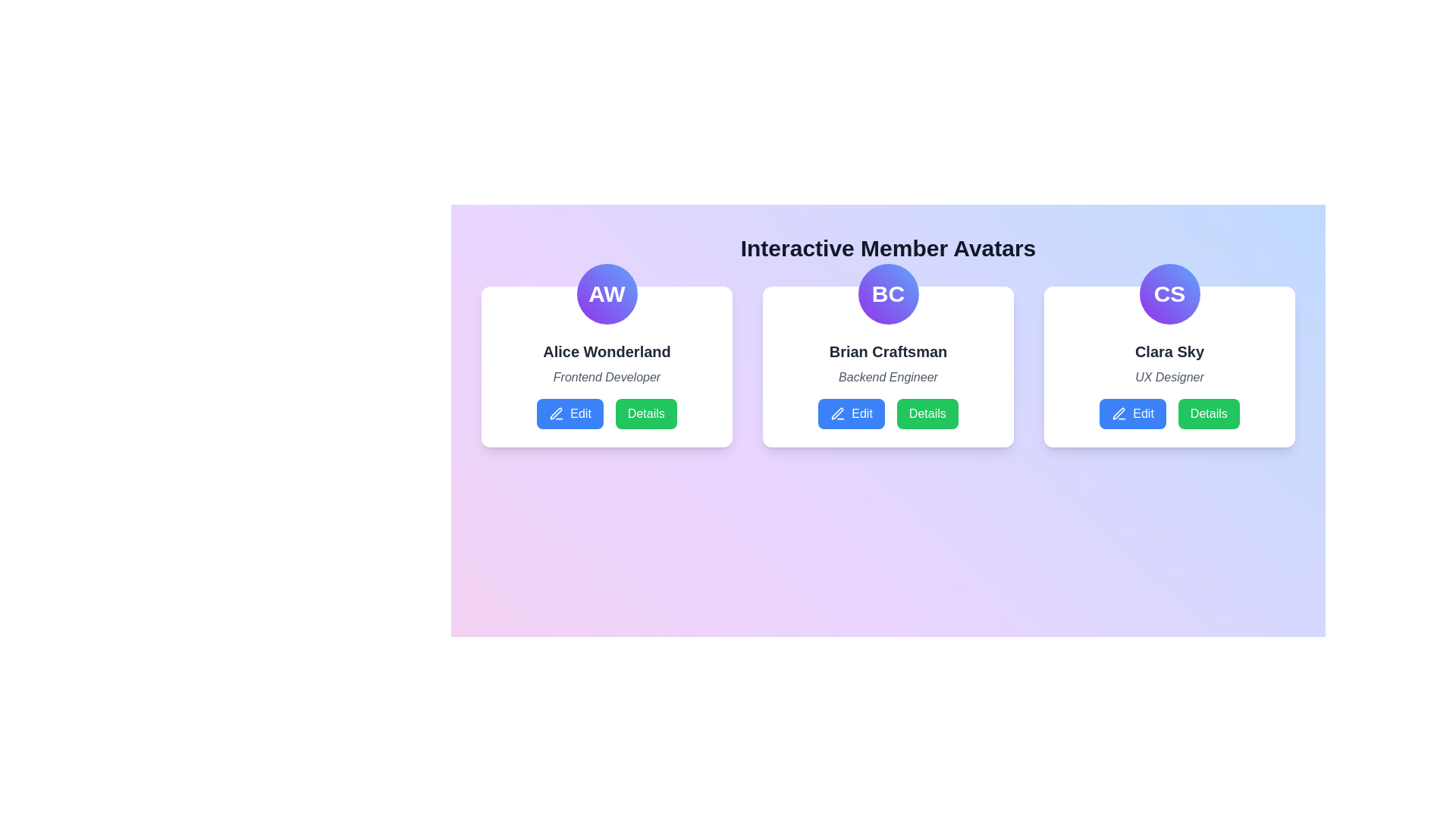 Image resolution: width=1456 pixels, height=819 pixels. I want to click on the text element that displays the individual's name, located above the job title 'Frontend Developer' within the content card under the avatar labeled 'AW', so click(607, 351).